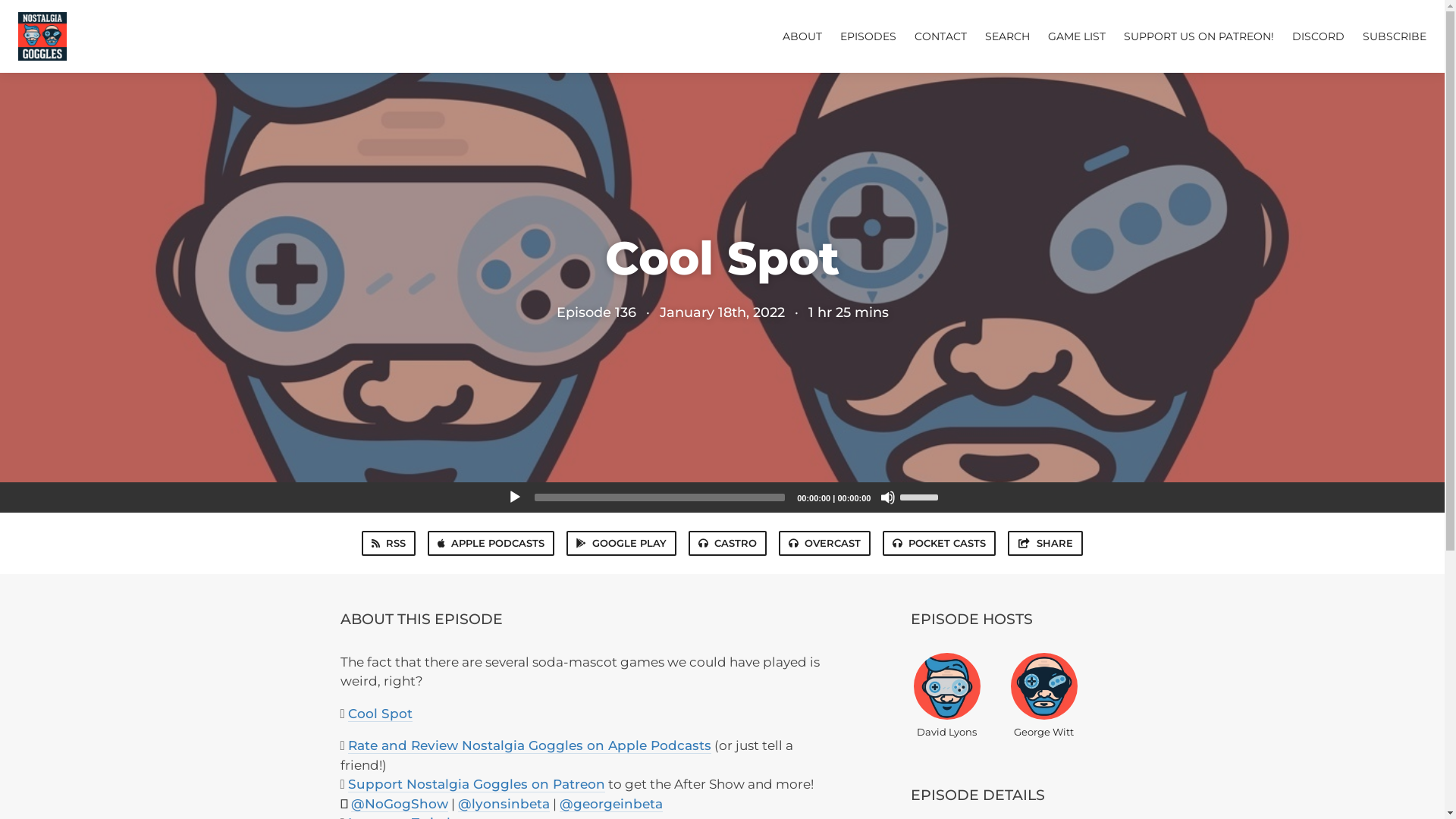 The height and width of the screenshot is (819, 1456). What do you see at coordinates (946, 694) in the screenshot?
I see `'David Lyons'` at bounding box center [946, 694].